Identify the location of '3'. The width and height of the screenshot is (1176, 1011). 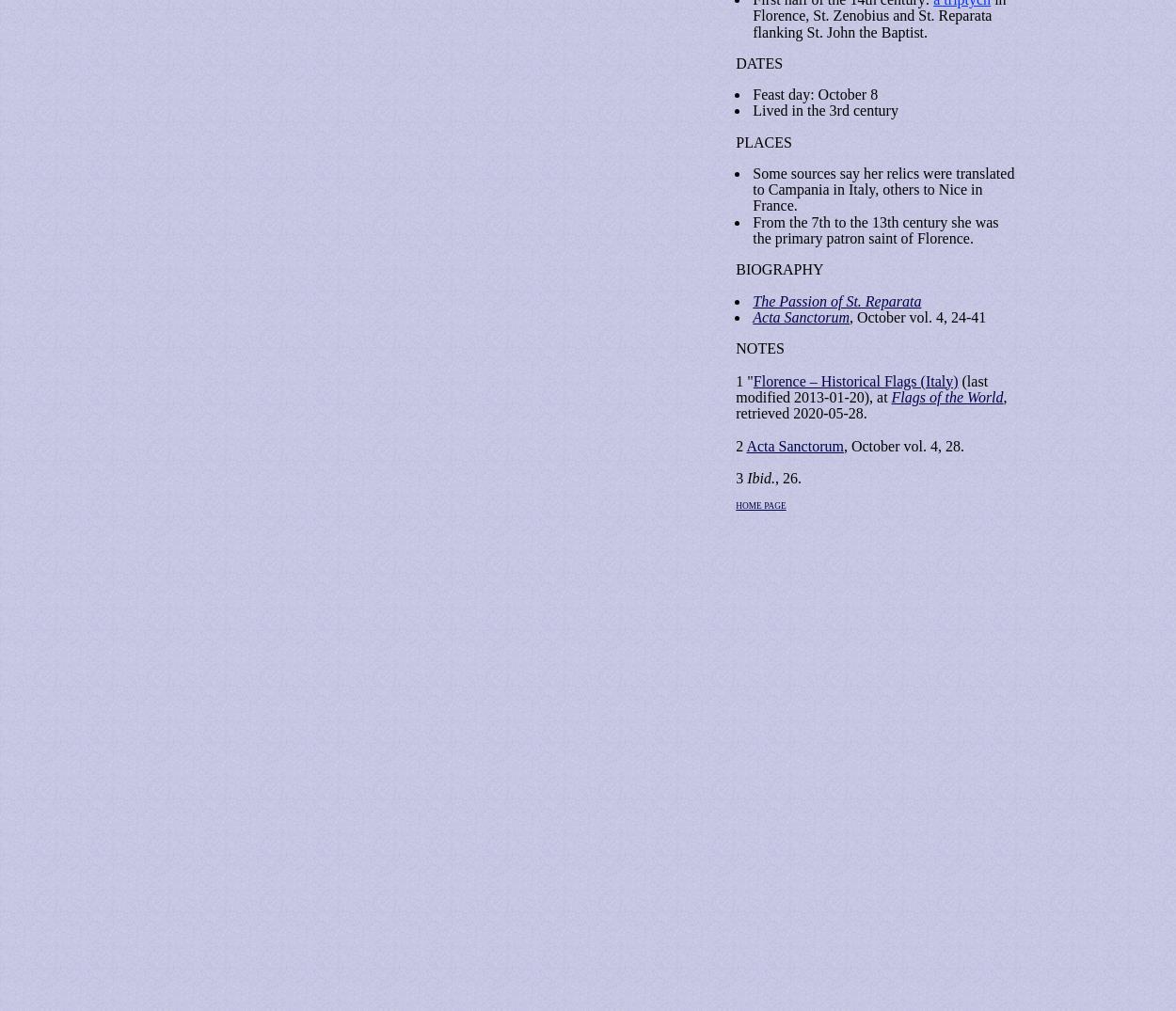
(739, 477).